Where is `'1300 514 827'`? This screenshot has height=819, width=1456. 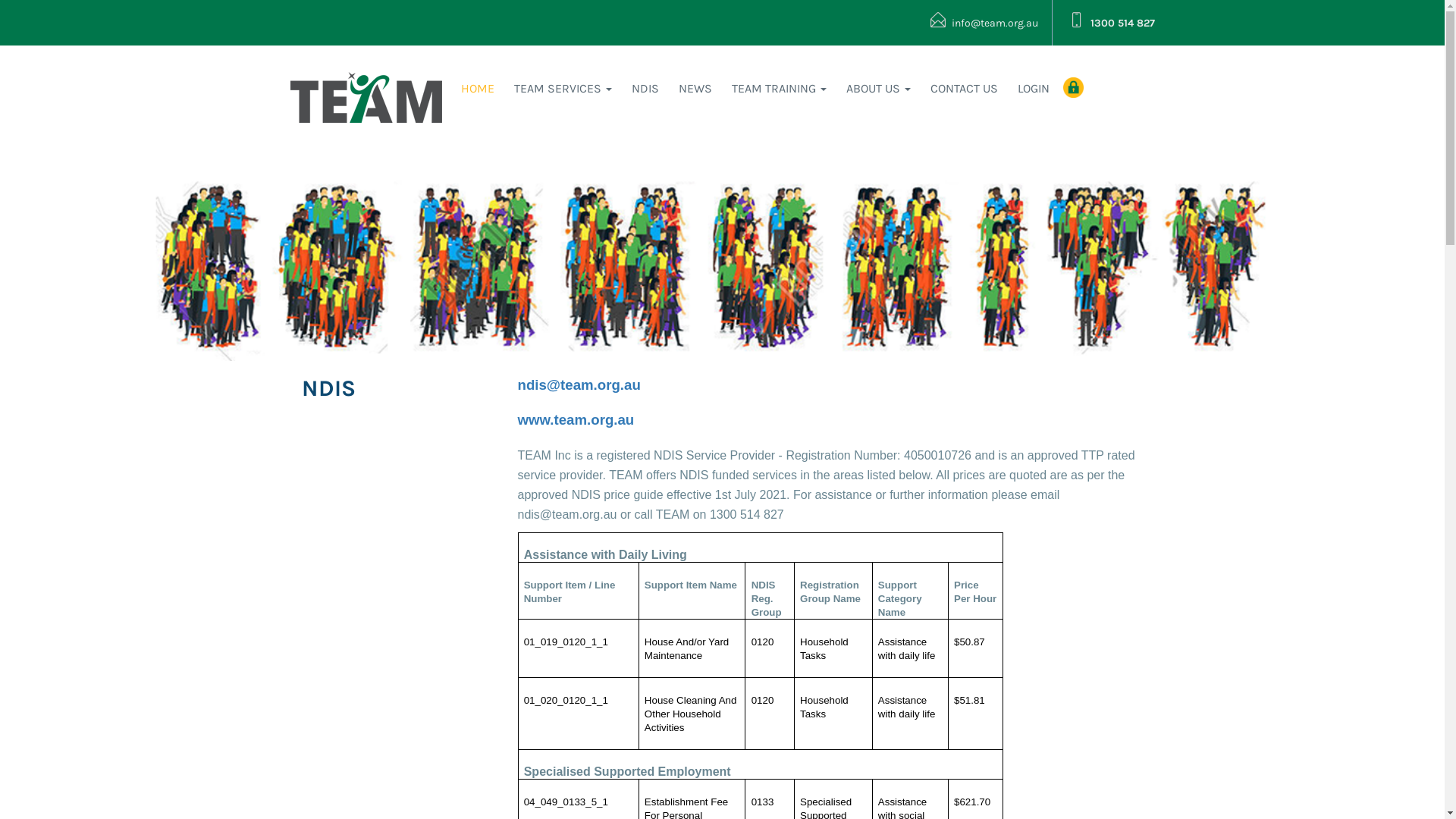
'1300 514 827' is located at coordinates (1112, 23).